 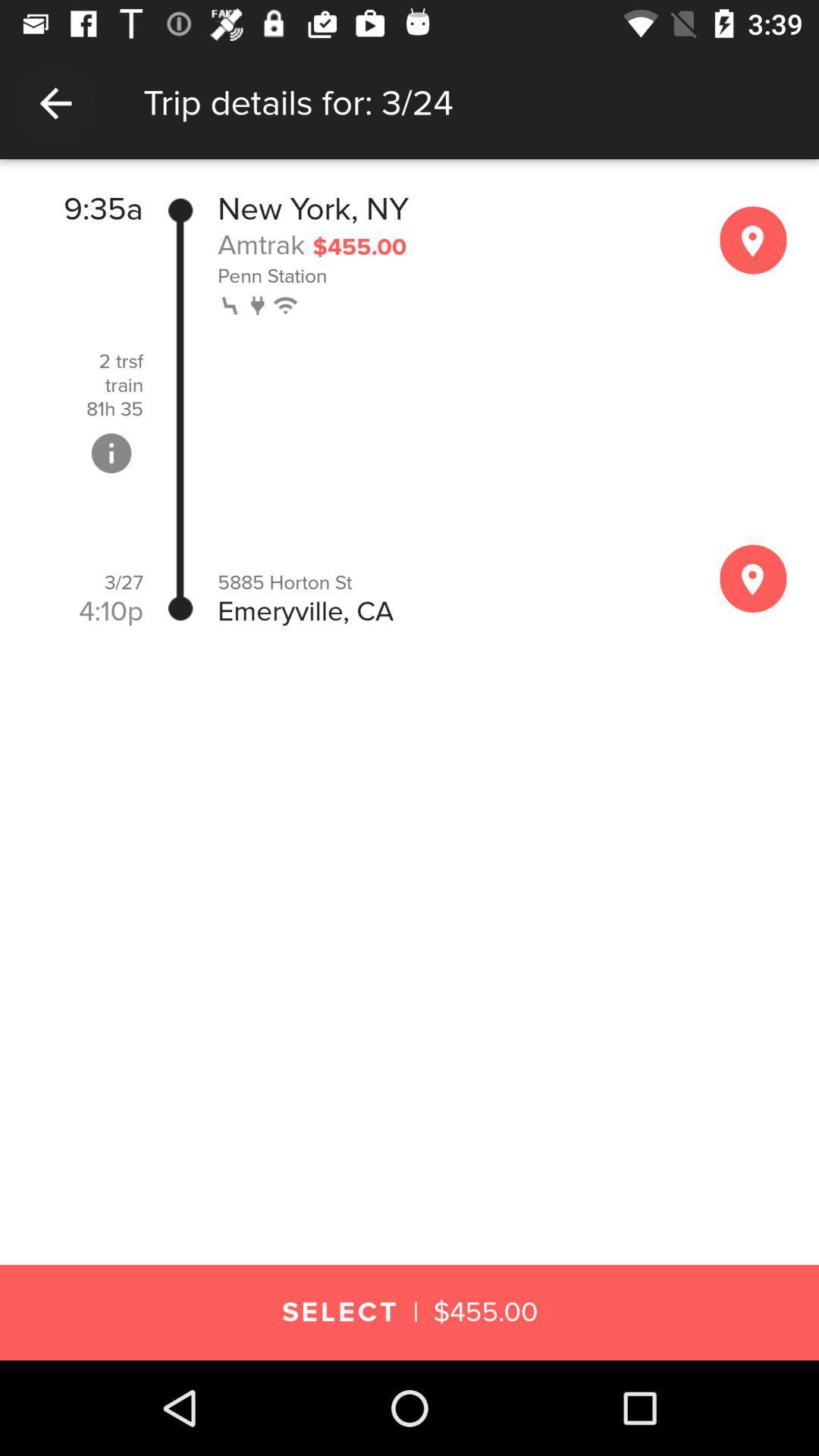 What do you see at coordinates (260, 244) in the screenshot?
I see `the icon below new york, ny item` at bounding box center [260, 244].